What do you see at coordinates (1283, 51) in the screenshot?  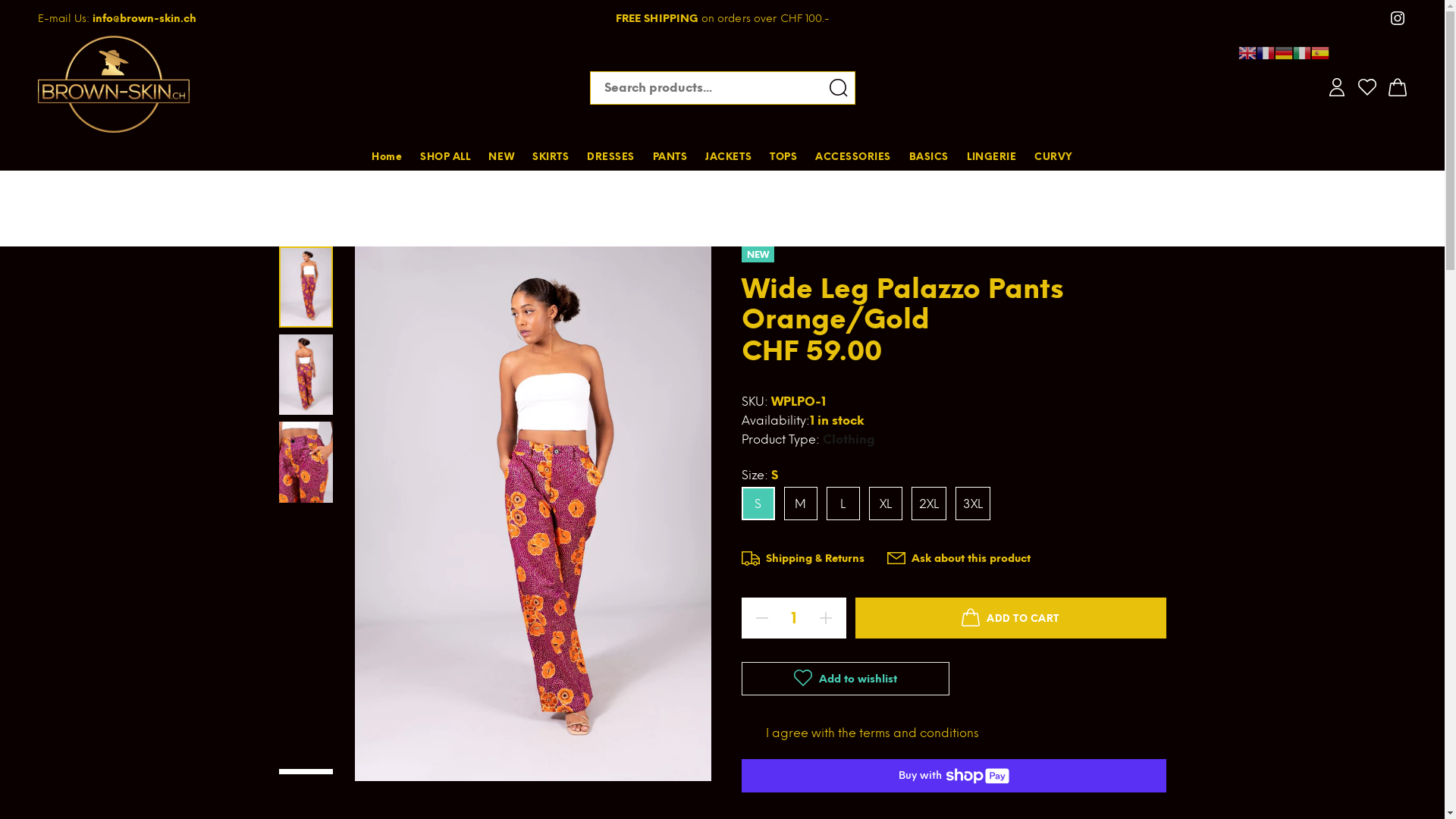 I see `'German'` at bounding box center [1283, 51].